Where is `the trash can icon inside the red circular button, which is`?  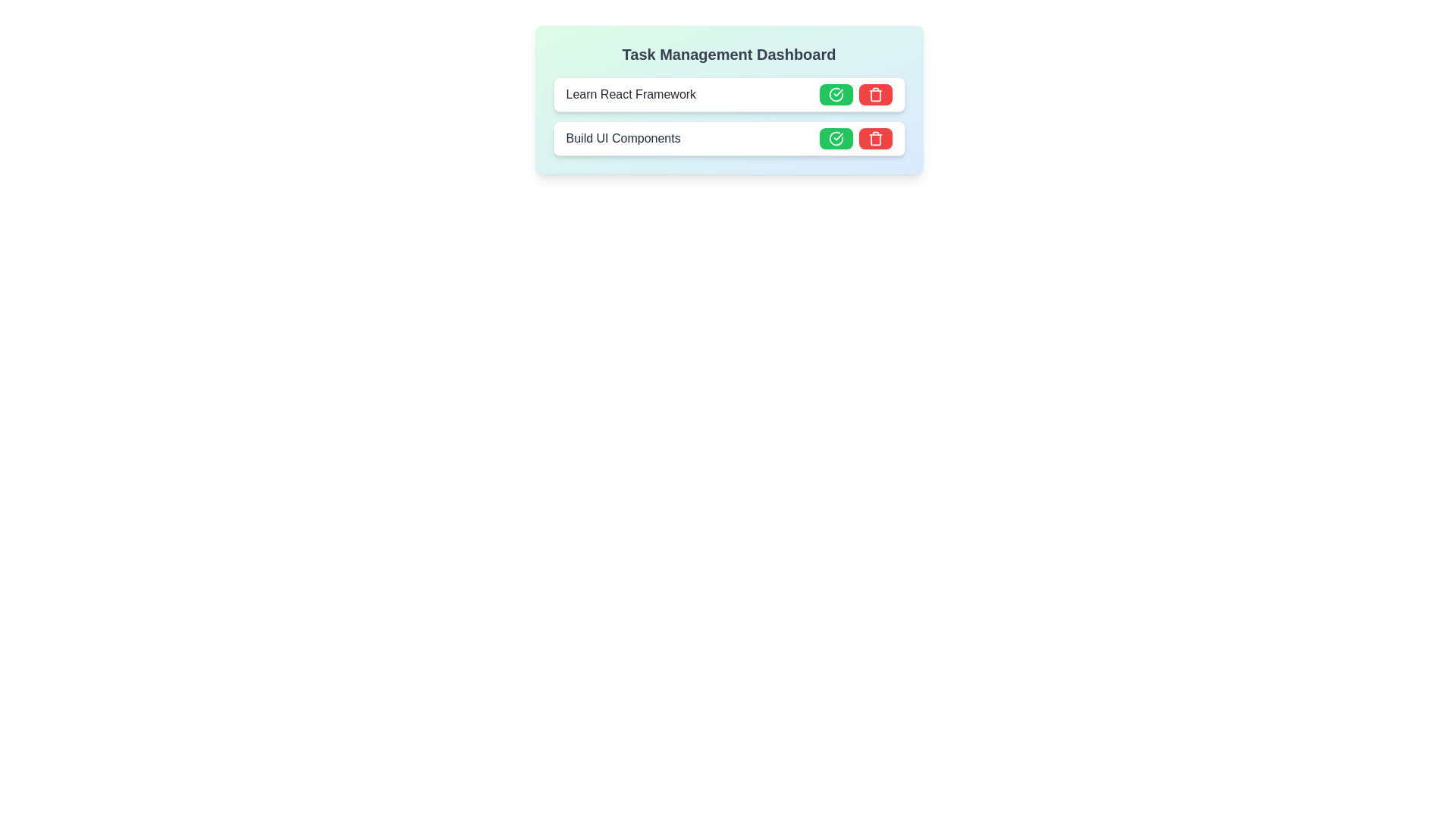 the trash can icon inside the red circular button, which is is located at coordinates (875, 94).